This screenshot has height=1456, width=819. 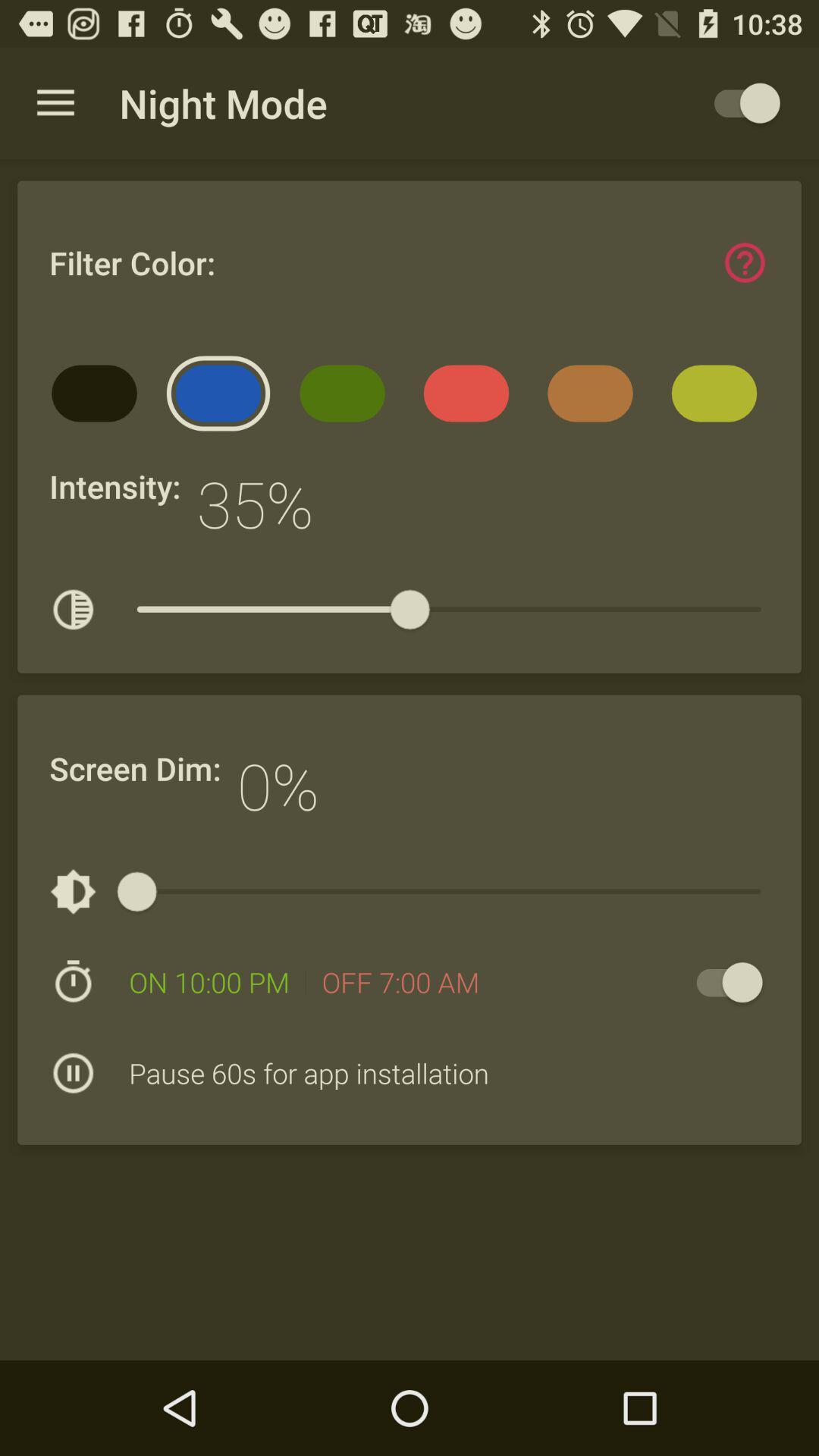 I want to click on the item below filter color: item, so click(x=99, y=398).